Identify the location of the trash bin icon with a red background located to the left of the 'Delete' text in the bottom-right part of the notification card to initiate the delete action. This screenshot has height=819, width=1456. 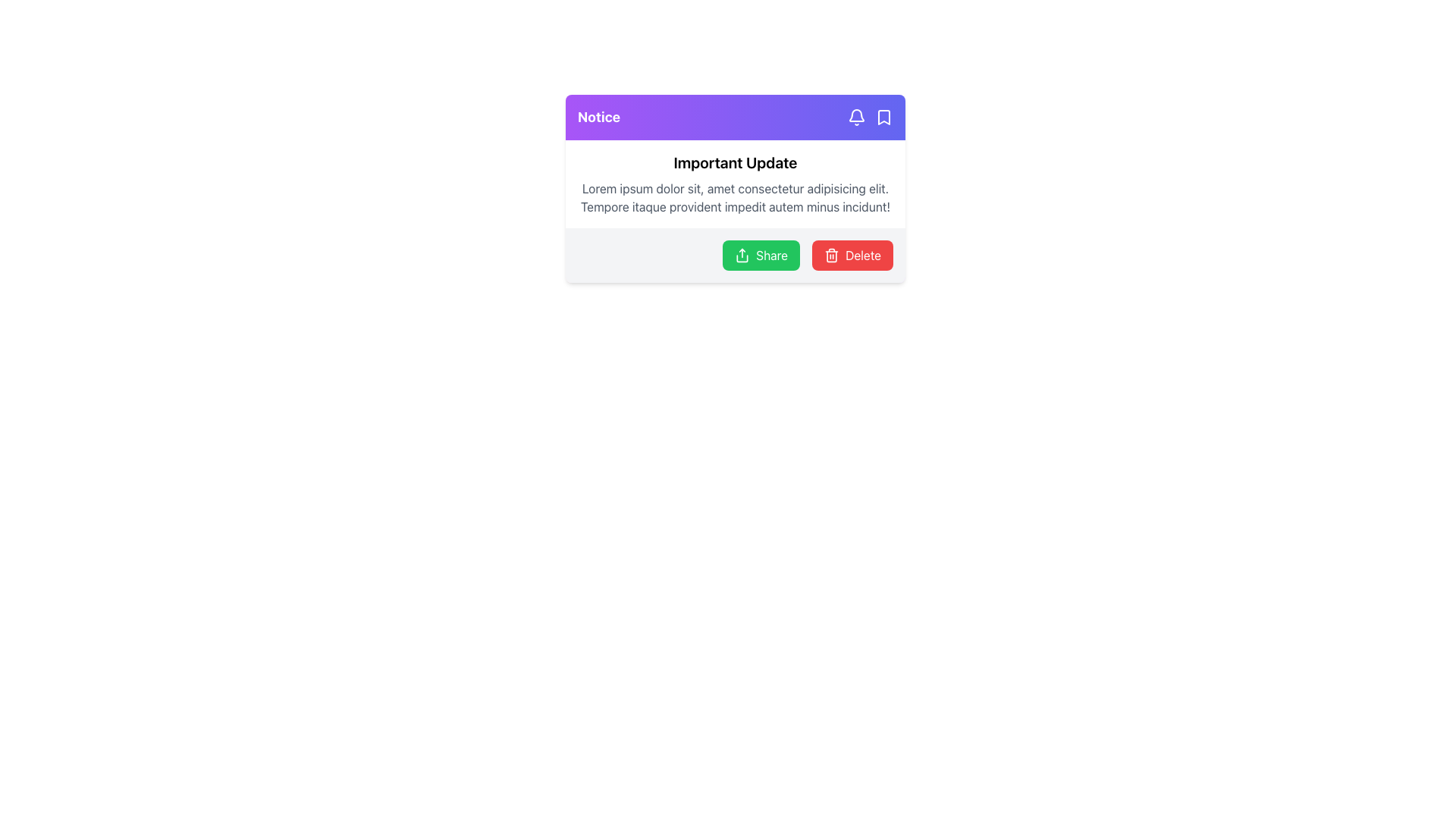
(831, 254).